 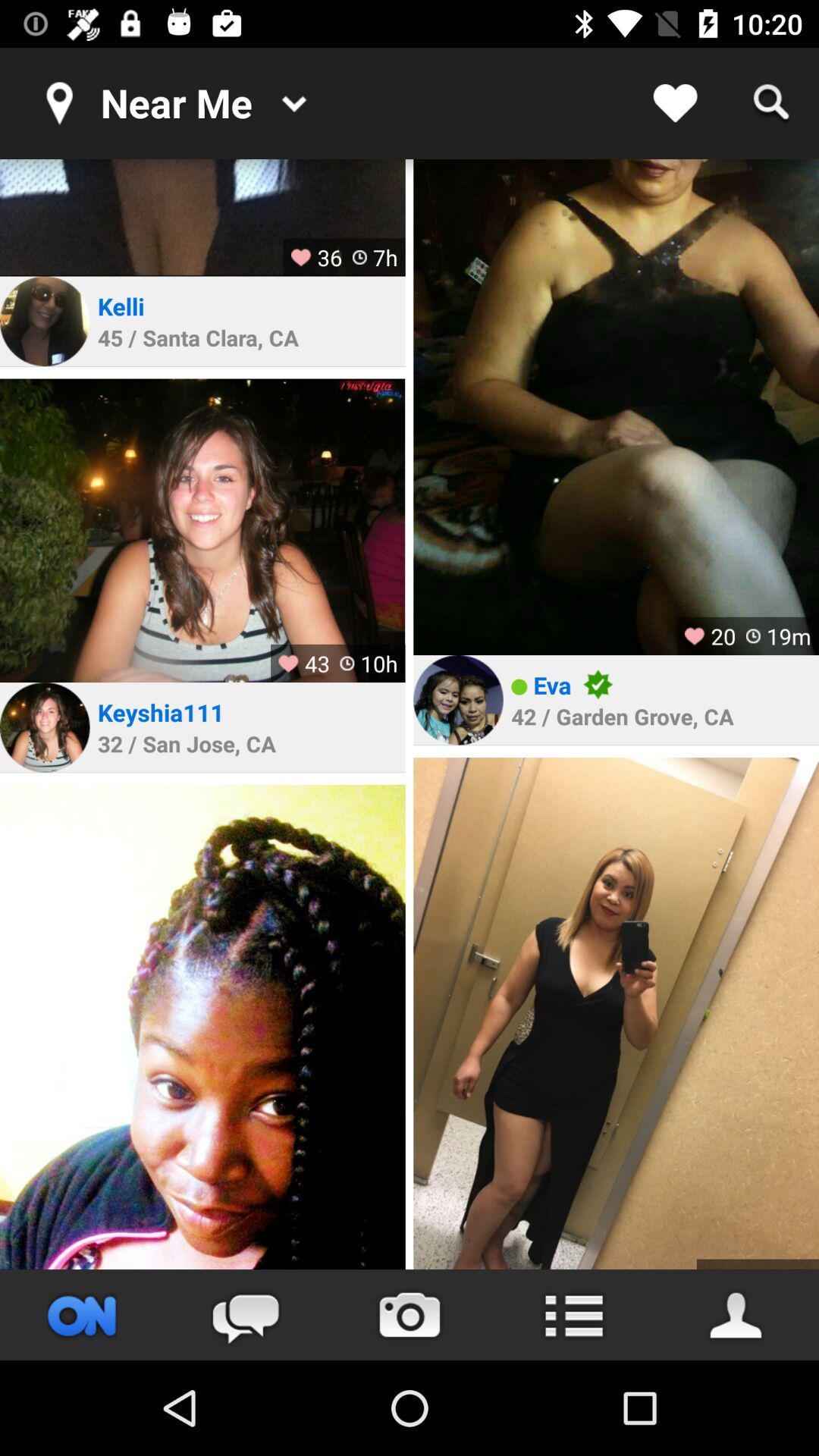 I want to click on the chat icon, so click(x=245, y=1314).